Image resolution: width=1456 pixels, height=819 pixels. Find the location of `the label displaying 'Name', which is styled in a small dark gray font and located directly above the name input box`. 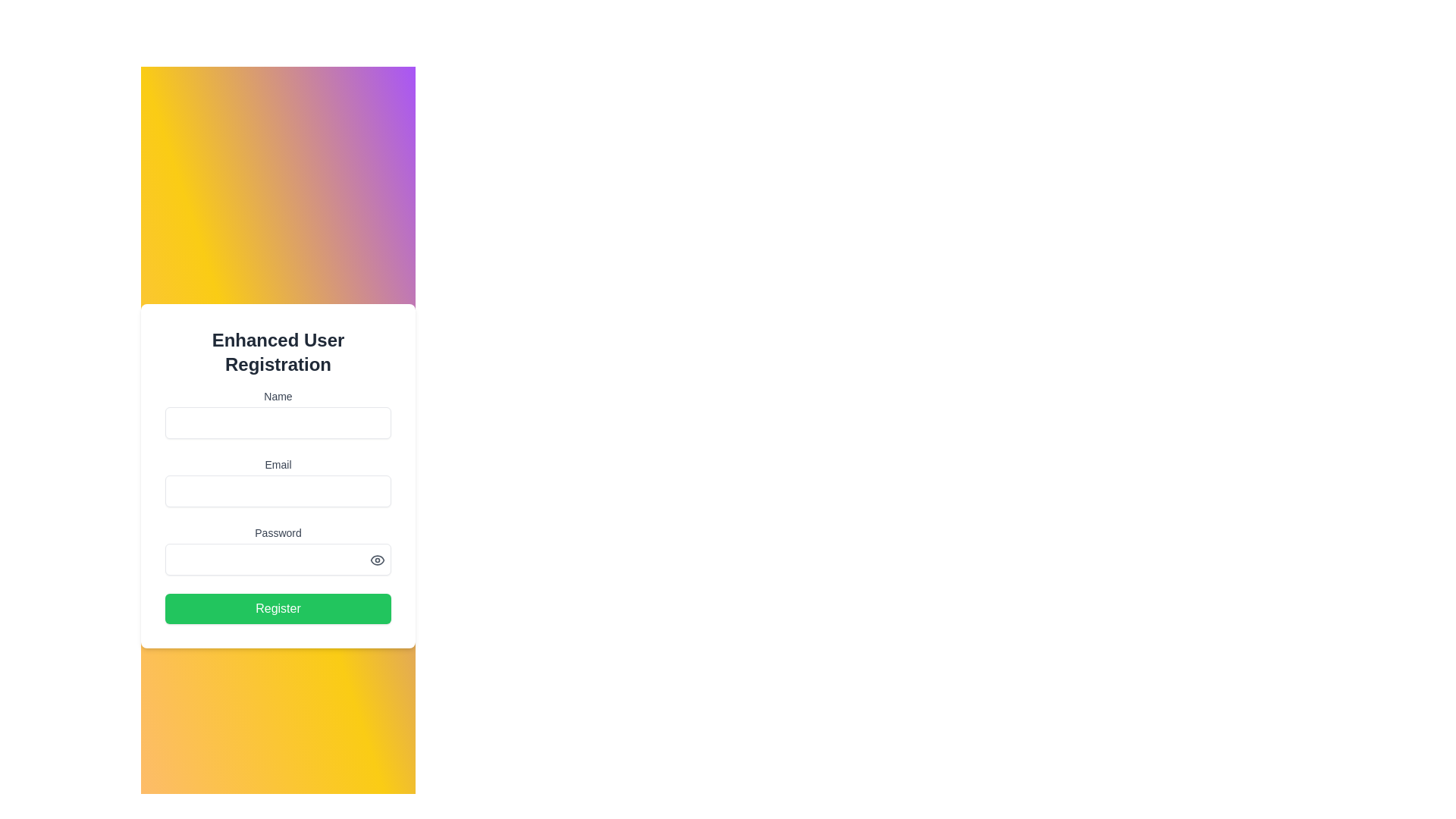

the label displaying 'Name', which is styled in a small dark gray font and located directly above the name input box is located at coordinates (278, 396).